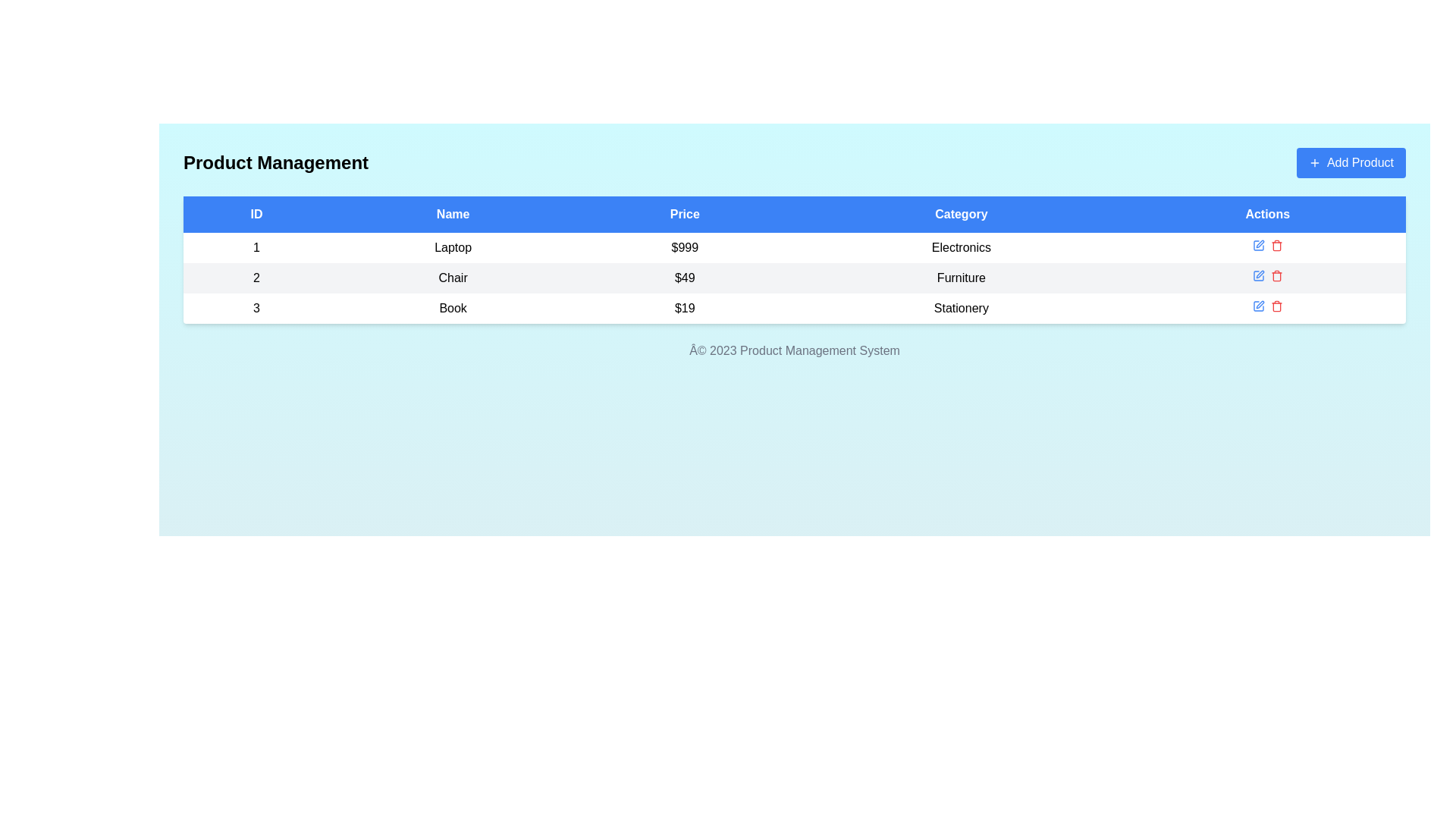  I want to click on the edit icon button in the Actions column of the table row for the product 'Book', so click(1258, 306).